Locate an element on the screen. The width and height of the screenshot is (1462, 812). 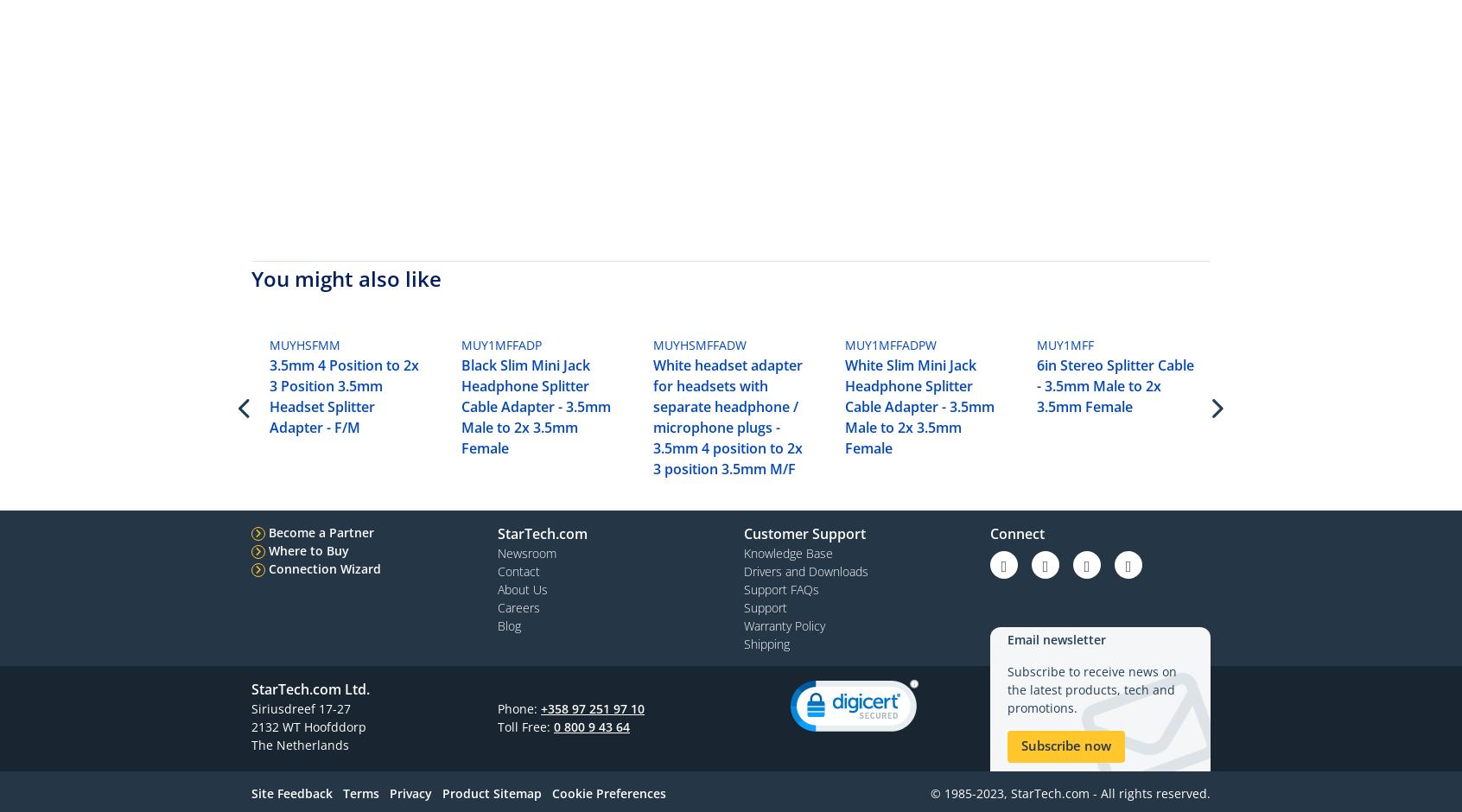
'Customer Support' is located at coordinates (804, 532).